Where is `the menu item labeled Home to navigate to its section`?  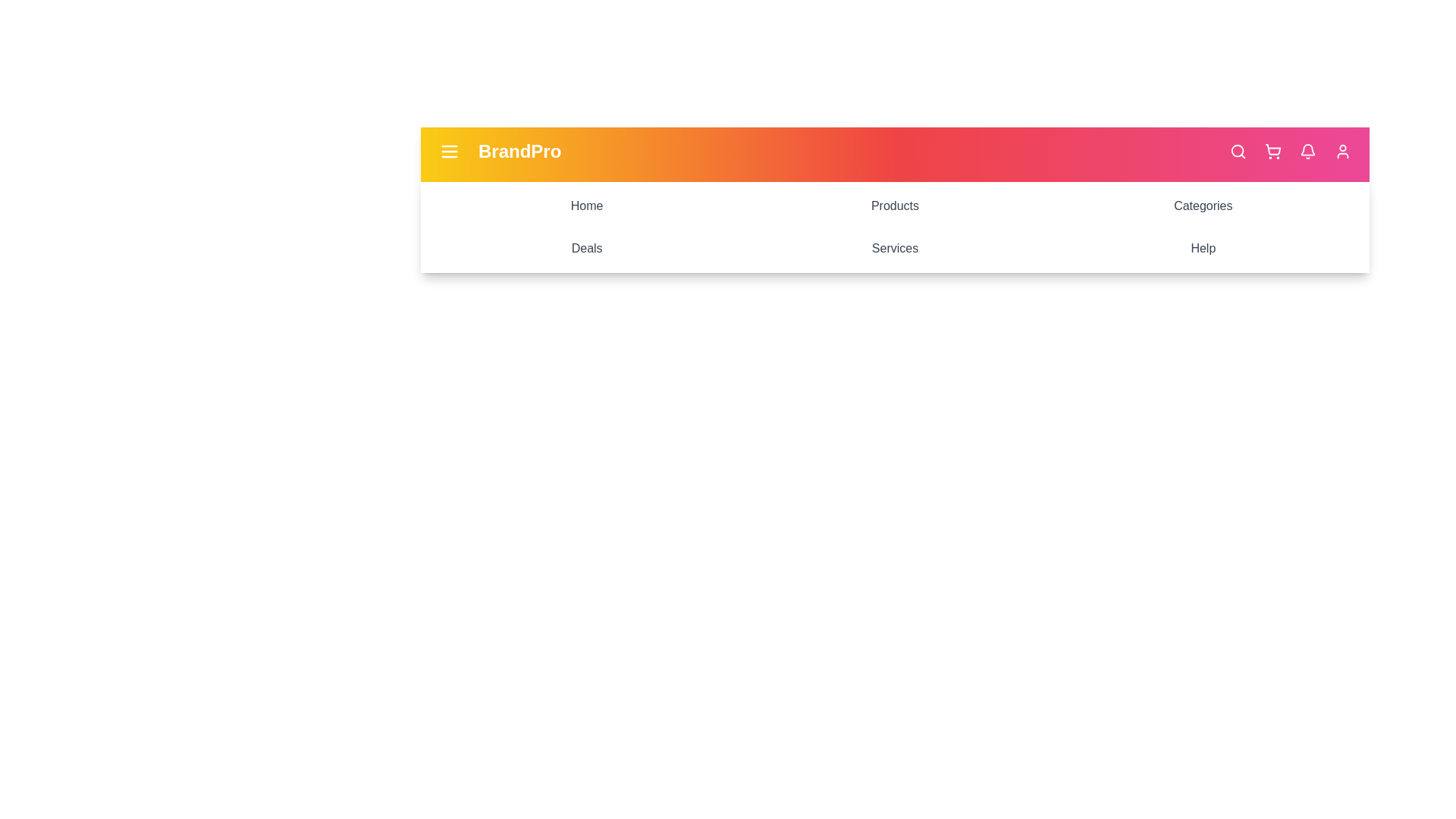 the menu item labeled Home to navigate to its section is located at coordinates (585, 206).